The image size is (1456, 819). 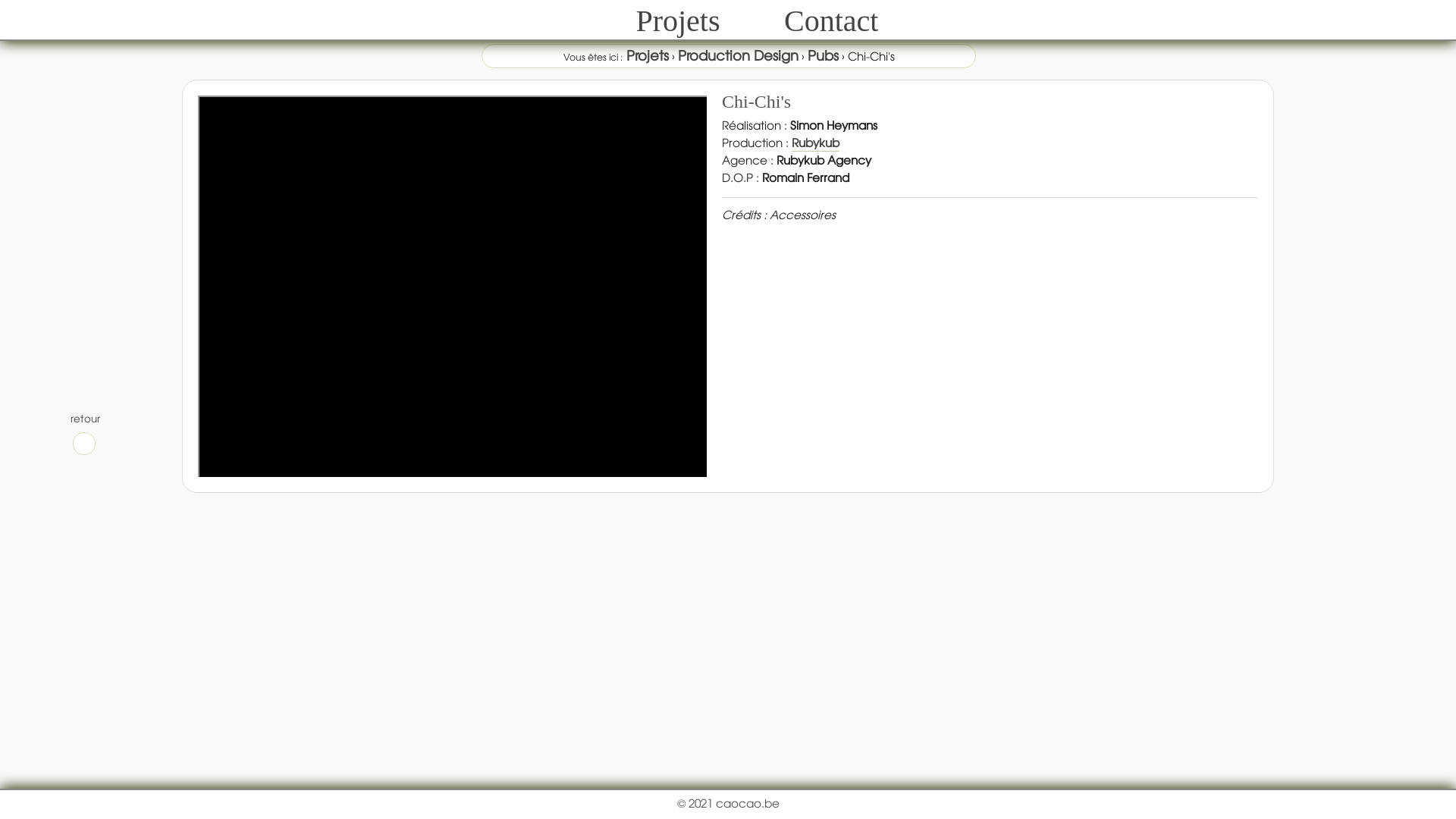 I want to click on 'Pubs', so click(x=821, y=54).